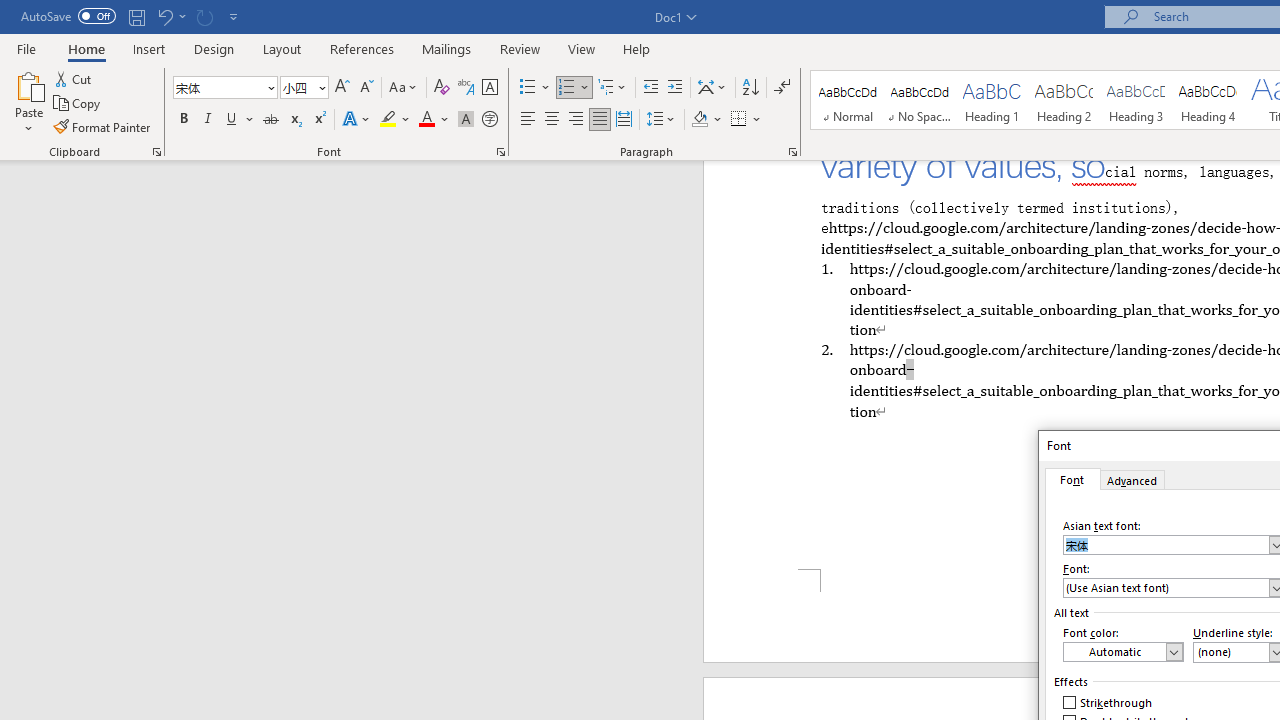  What do you see at coordinates (148, 48) in the screenshot?
I see `'Insert'` at bounding box center [148, 48].